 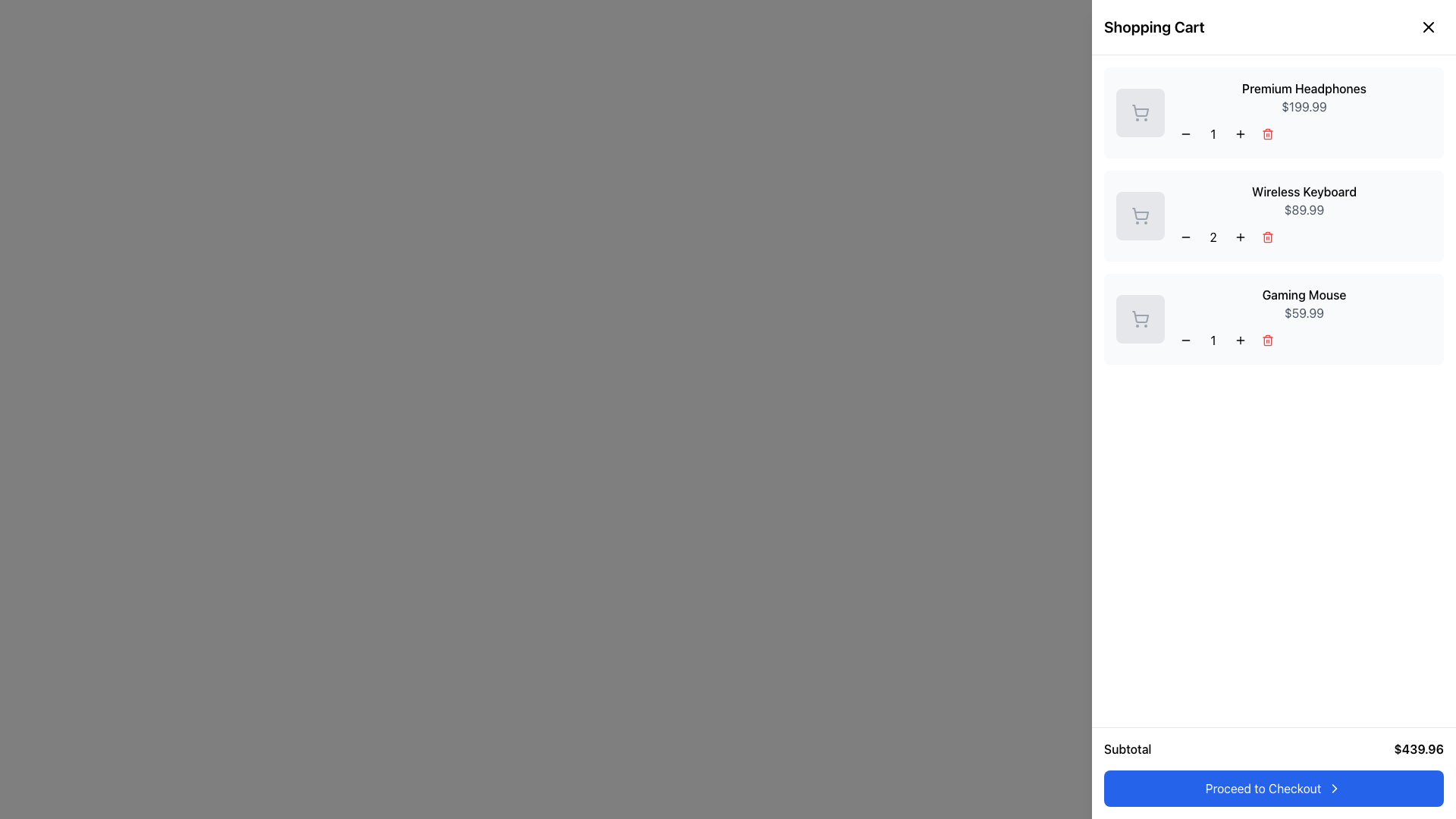 What do you see at coordinates (1303, 133) in the screenshot?
I see `the plus button of the Quantity control component for the 'Premium Headphones' in the Shopping Cart to increase the quantity` at bounding box center [1303, 133].